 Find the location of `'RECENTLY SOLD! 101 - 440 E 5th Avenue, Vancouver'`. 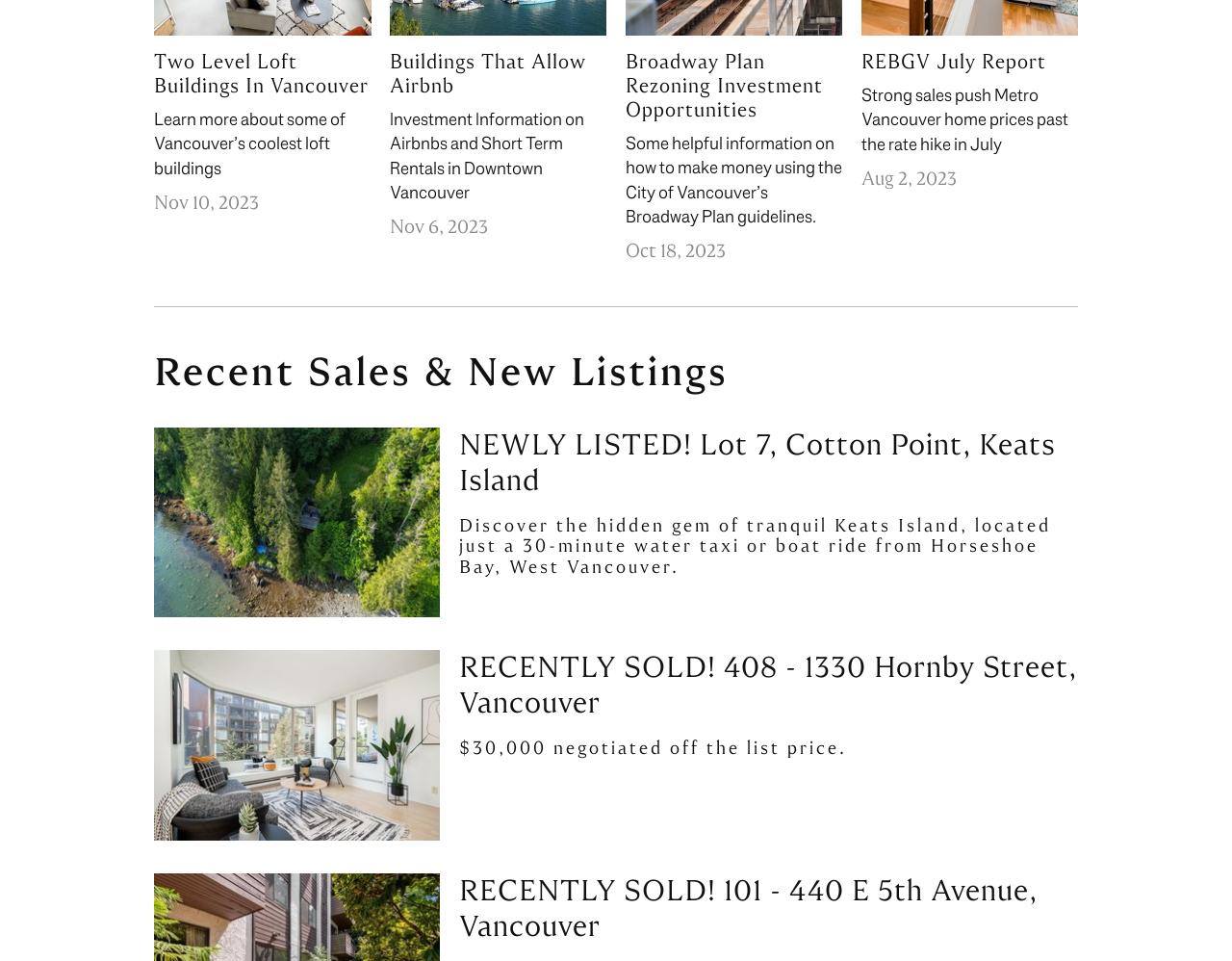

'RECENTLY SOLD! 101 - 440 E 5th Avenue, Vancouver' is located at coordinates (746, 908).